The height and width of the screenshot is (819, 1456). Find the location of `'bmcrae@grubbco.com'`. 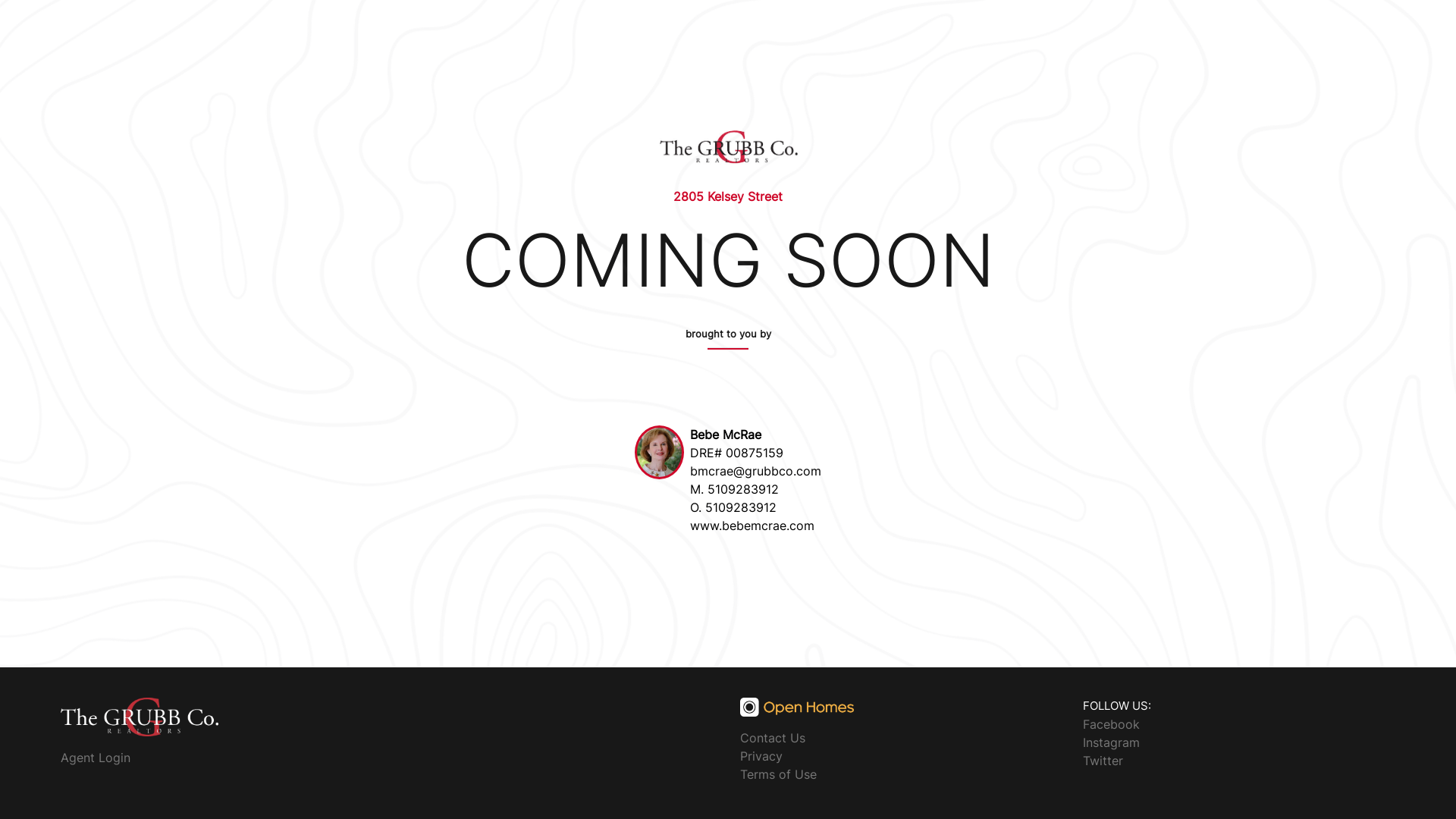

'bmcrae@grubbco.com' is located at coordinates (689, 470).